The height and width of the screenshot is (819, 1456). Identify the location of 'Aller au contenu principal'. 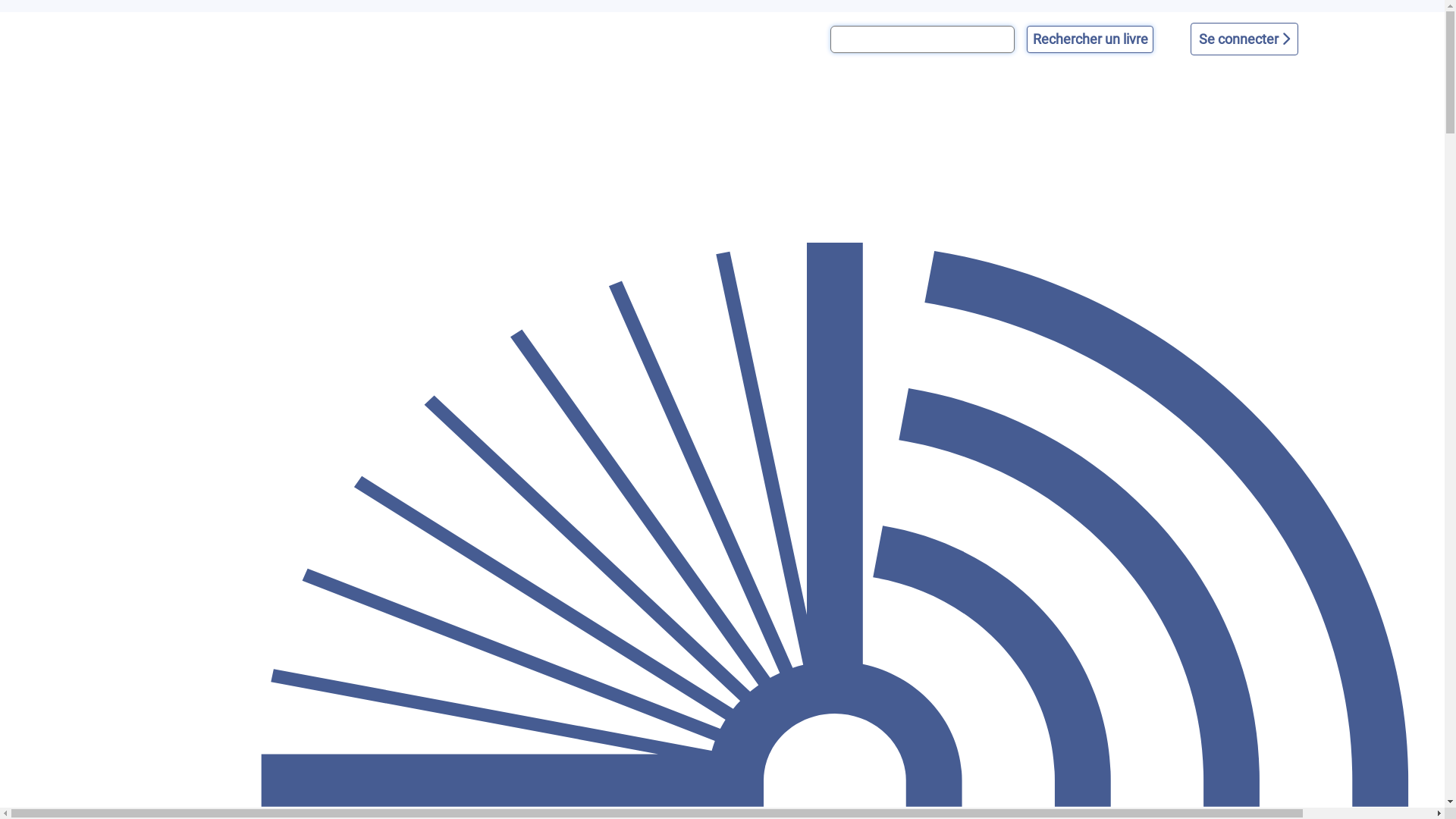
(0, 12).